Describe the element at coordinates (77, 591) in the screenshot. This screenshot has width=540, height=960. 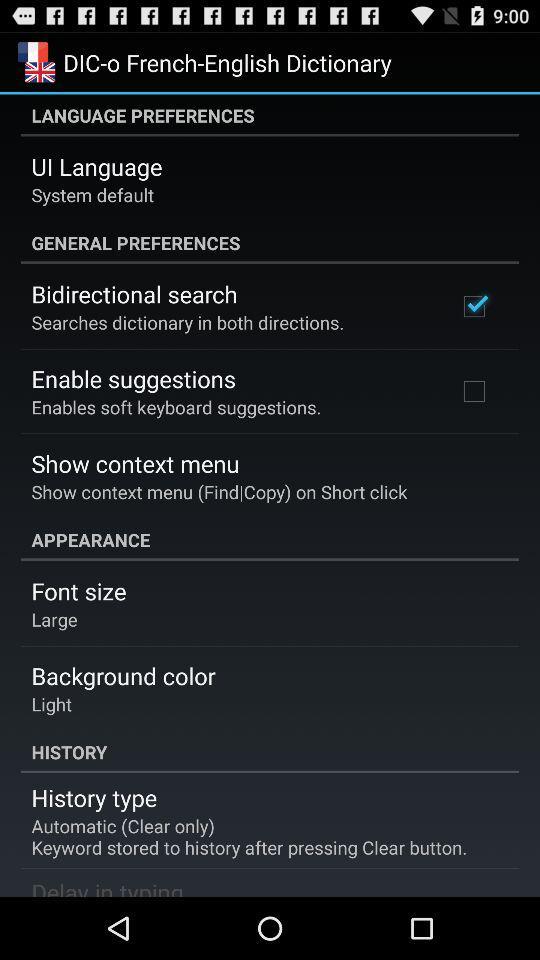
I see `the icon below appearance icon` at that location.